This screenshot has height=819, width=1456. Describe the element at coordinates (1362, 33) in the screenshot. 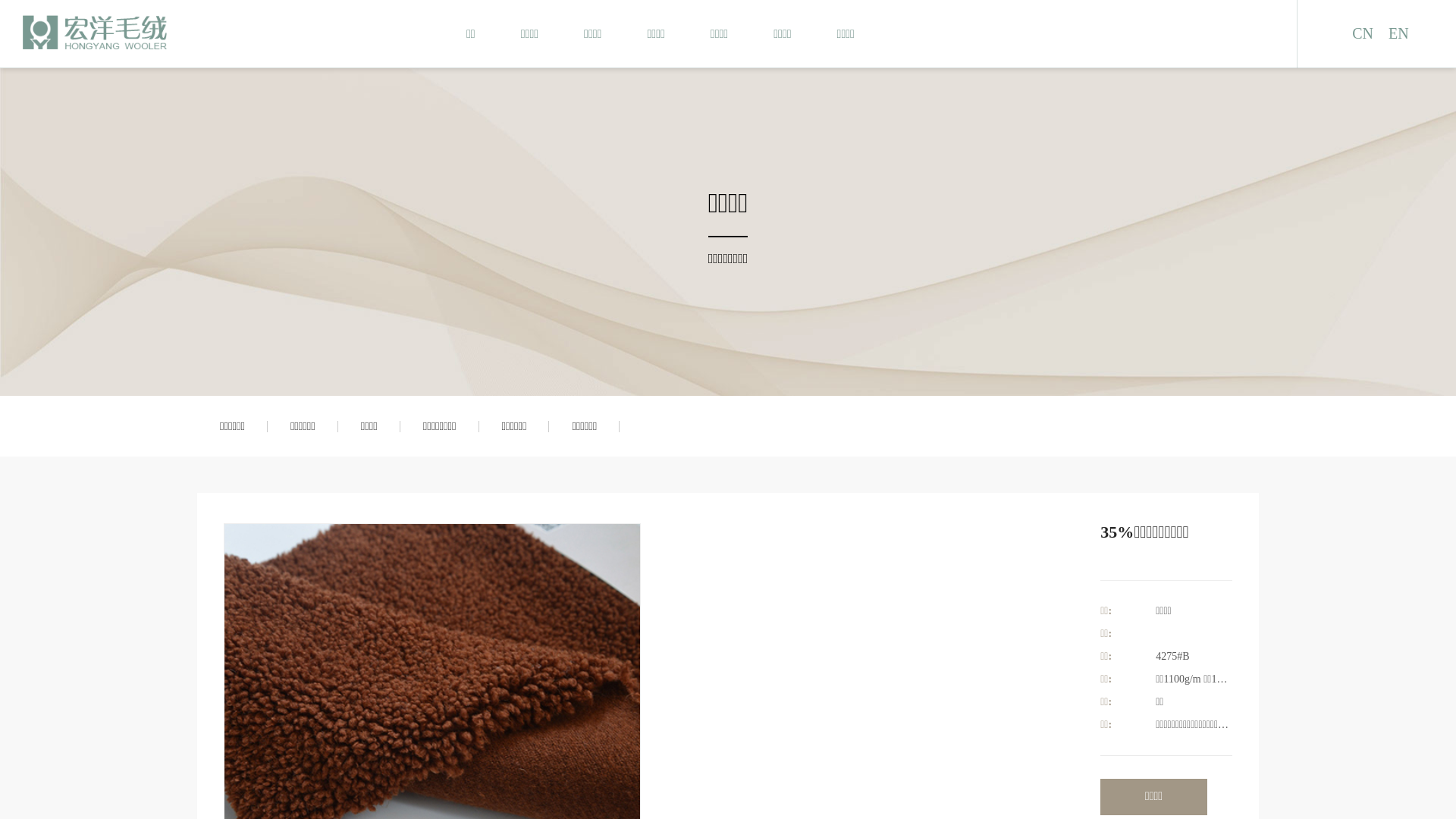

I see `'CN'` at that location.